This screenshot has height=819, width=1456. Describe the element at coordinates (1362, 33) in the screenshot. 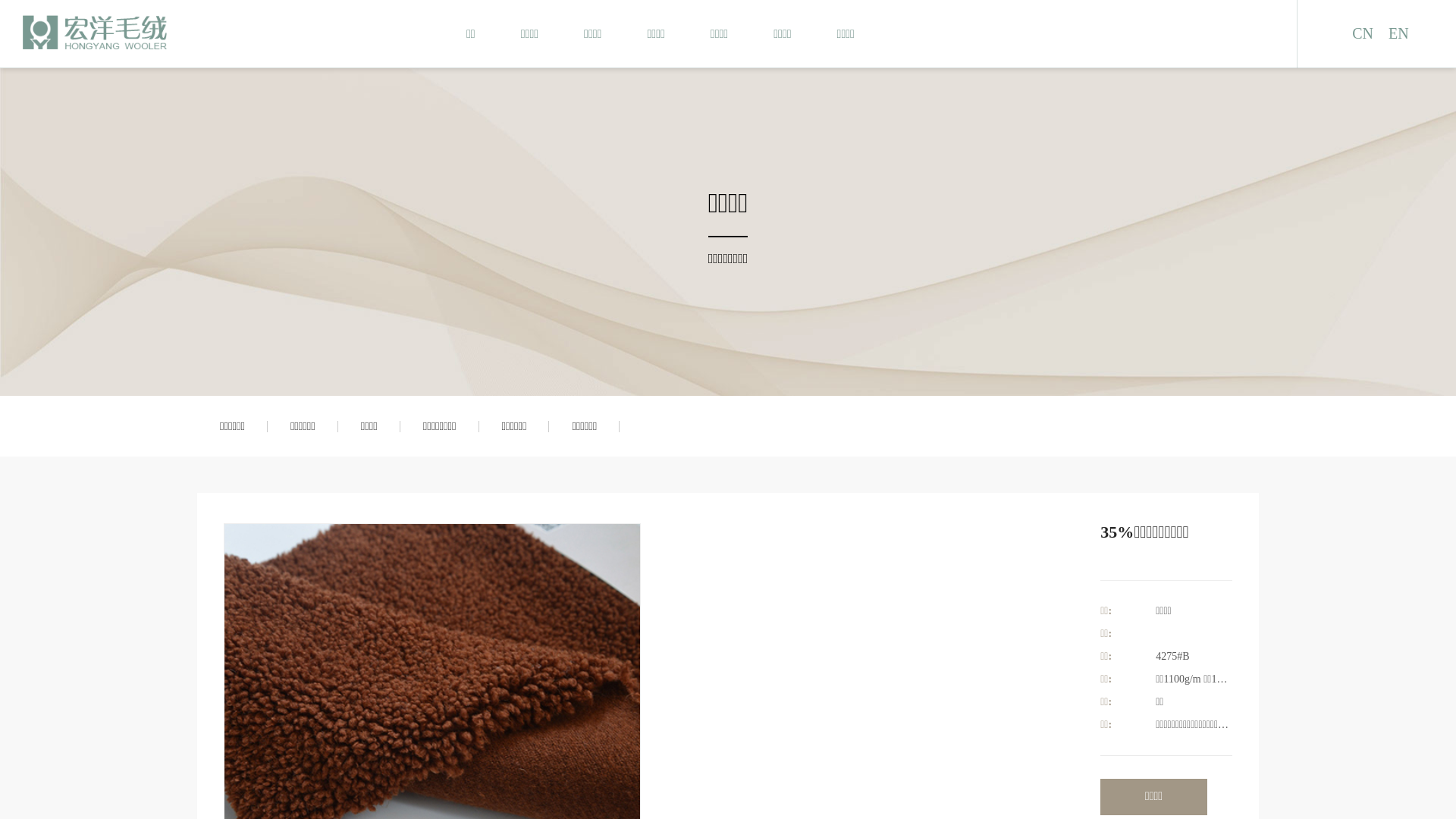

I see `'CN'` at that location.